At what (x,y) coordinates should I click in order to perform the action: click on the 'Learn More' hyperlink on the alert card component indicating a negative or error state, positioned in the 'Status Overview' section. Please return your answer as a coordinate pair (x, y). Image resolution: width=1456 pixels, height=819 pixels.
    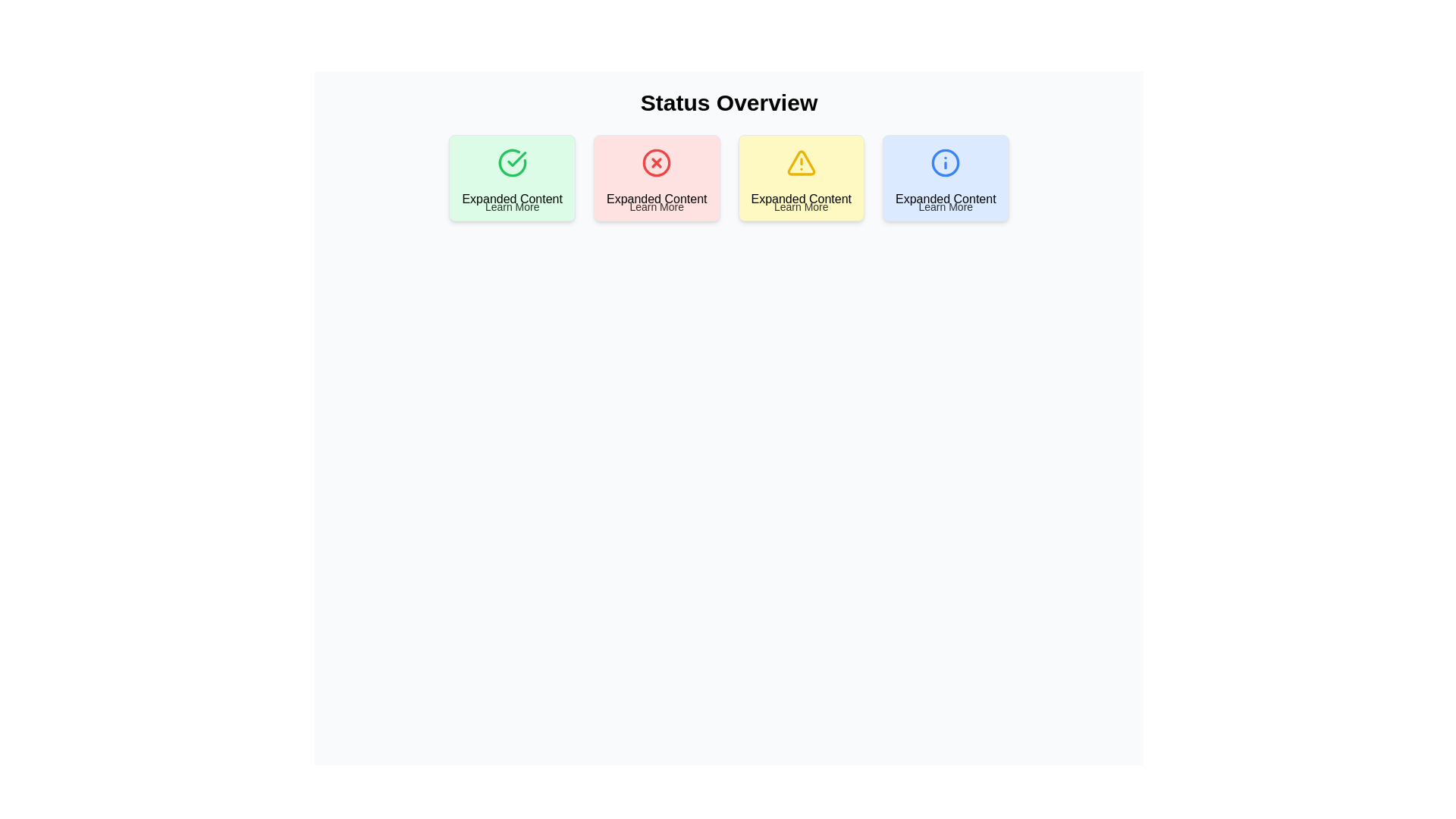
    Looking at the image, I should click on (657, 177).